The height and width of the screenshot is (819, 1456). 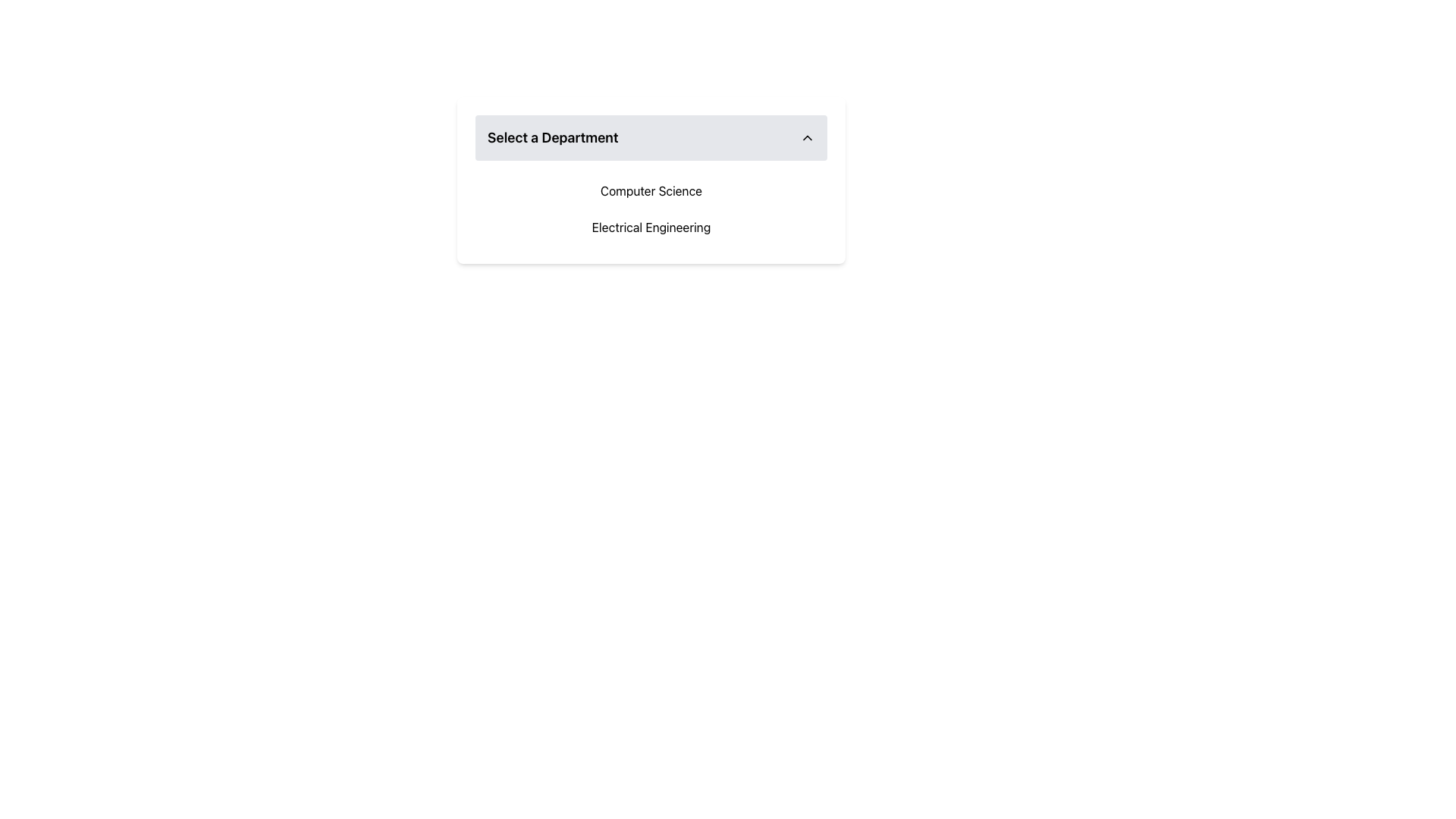 I want to click on the list item reading 'Computer Science', so click(x=651, y=190).